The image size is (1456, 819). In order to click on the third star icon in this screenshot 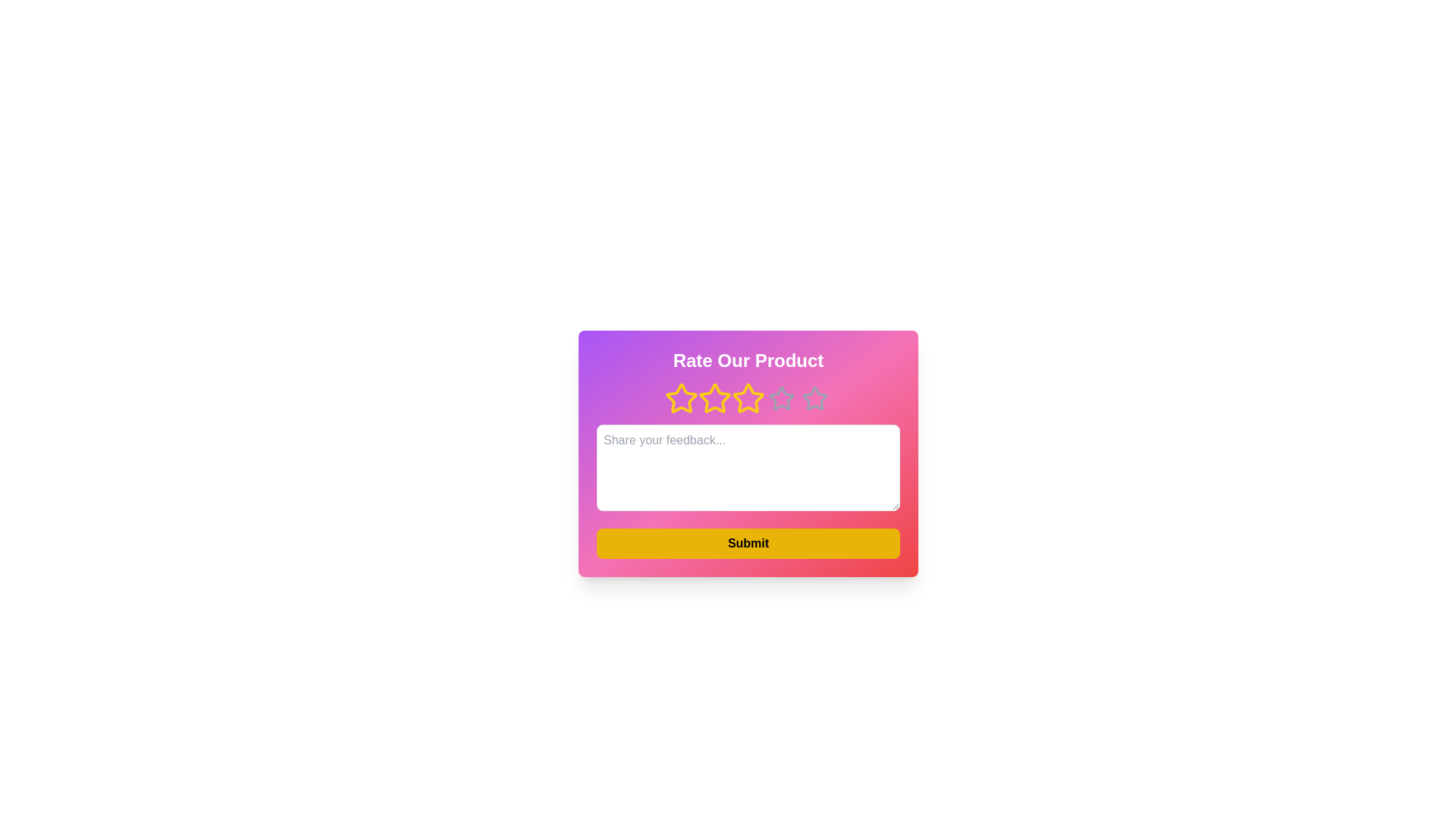, I will do `click(714, 397)`.